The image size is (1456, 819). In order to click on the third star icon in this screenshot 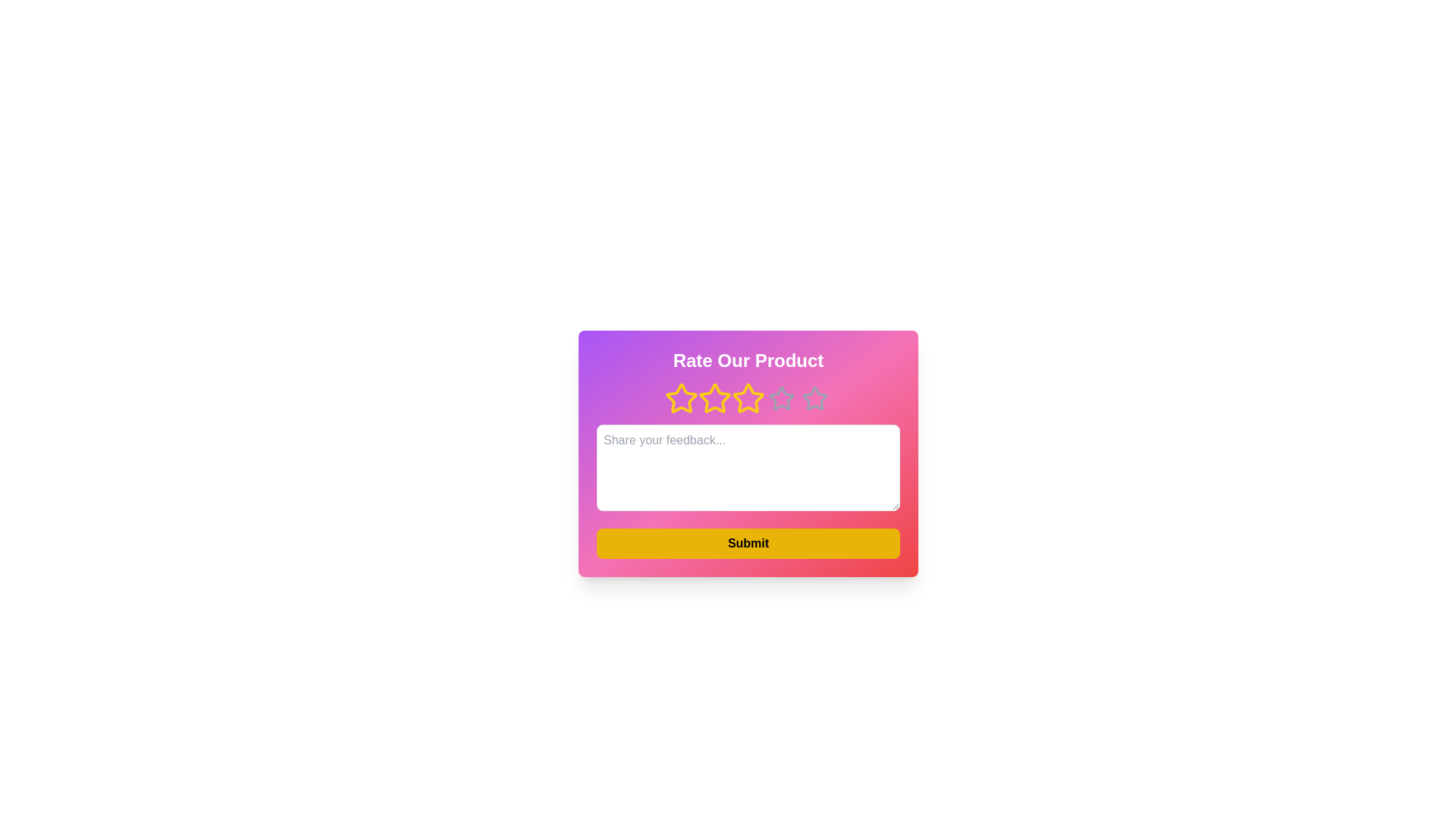, I will do `click(714, 397)`.